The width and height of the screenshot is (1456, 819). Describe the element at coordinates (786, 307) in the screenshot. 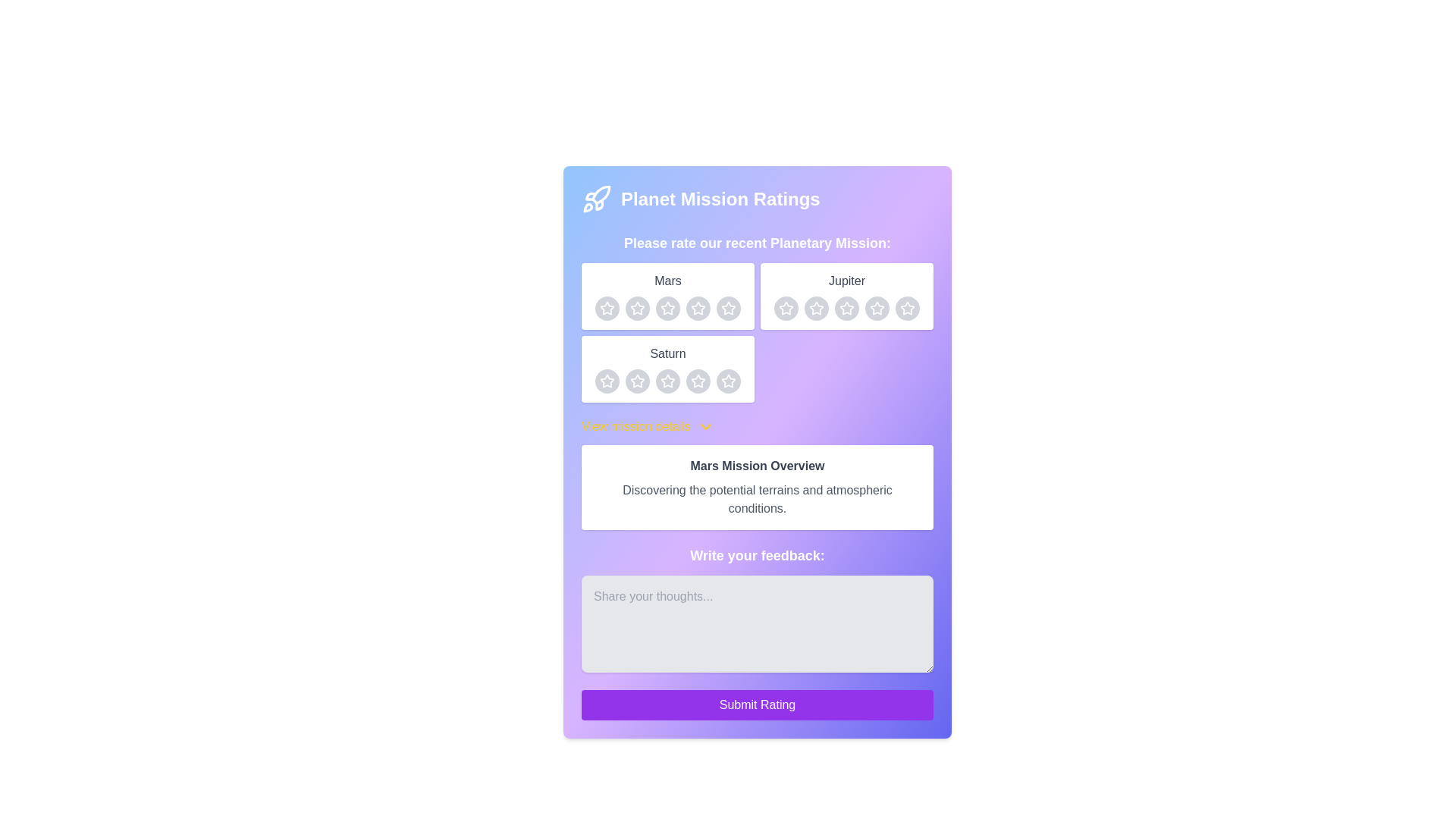

I see `the fourth star-shaped rating icon in the rating system under the 'Jupiter' header` at that location.